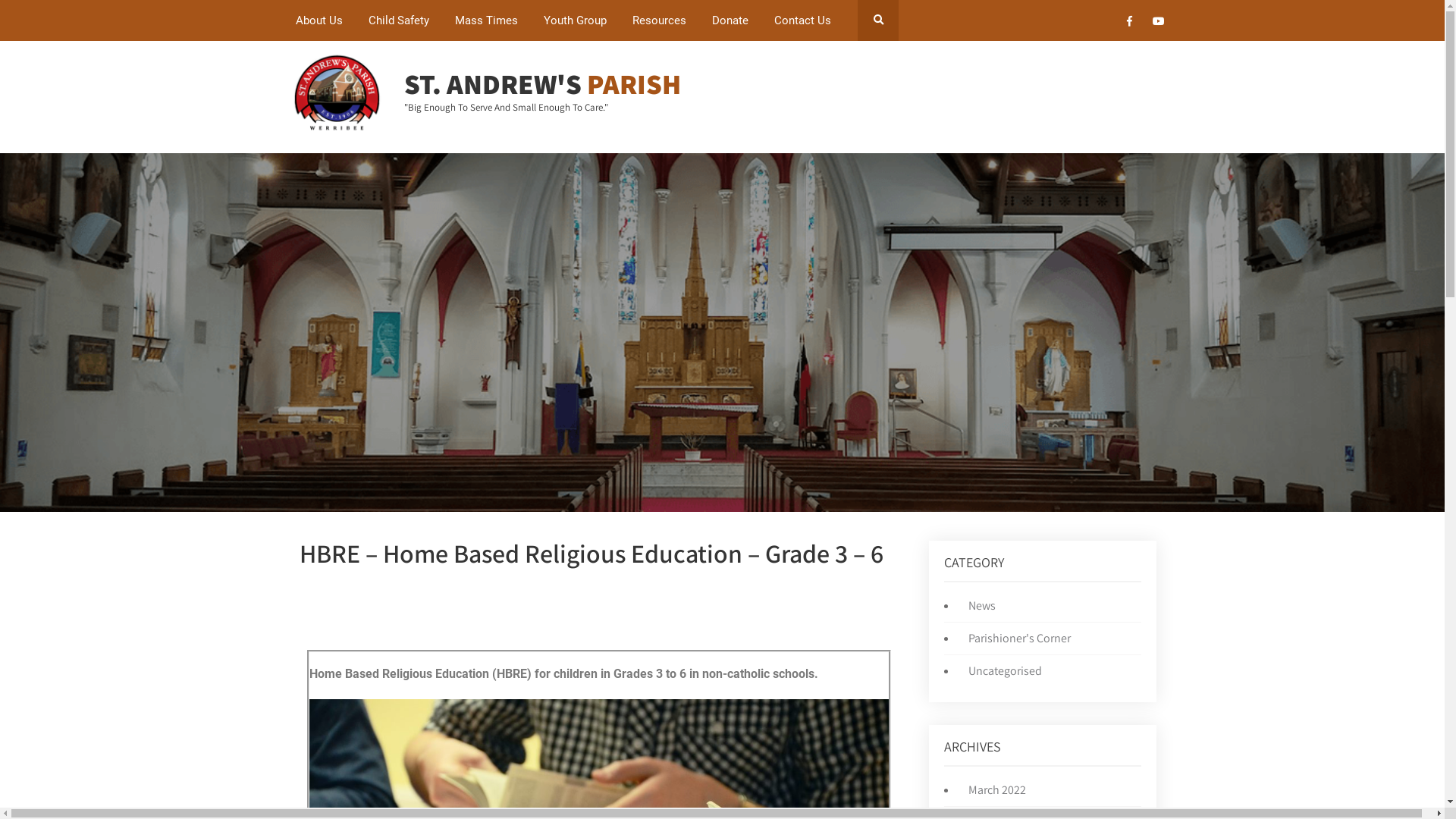  I want to click on 'Donate', so click(730, 20).